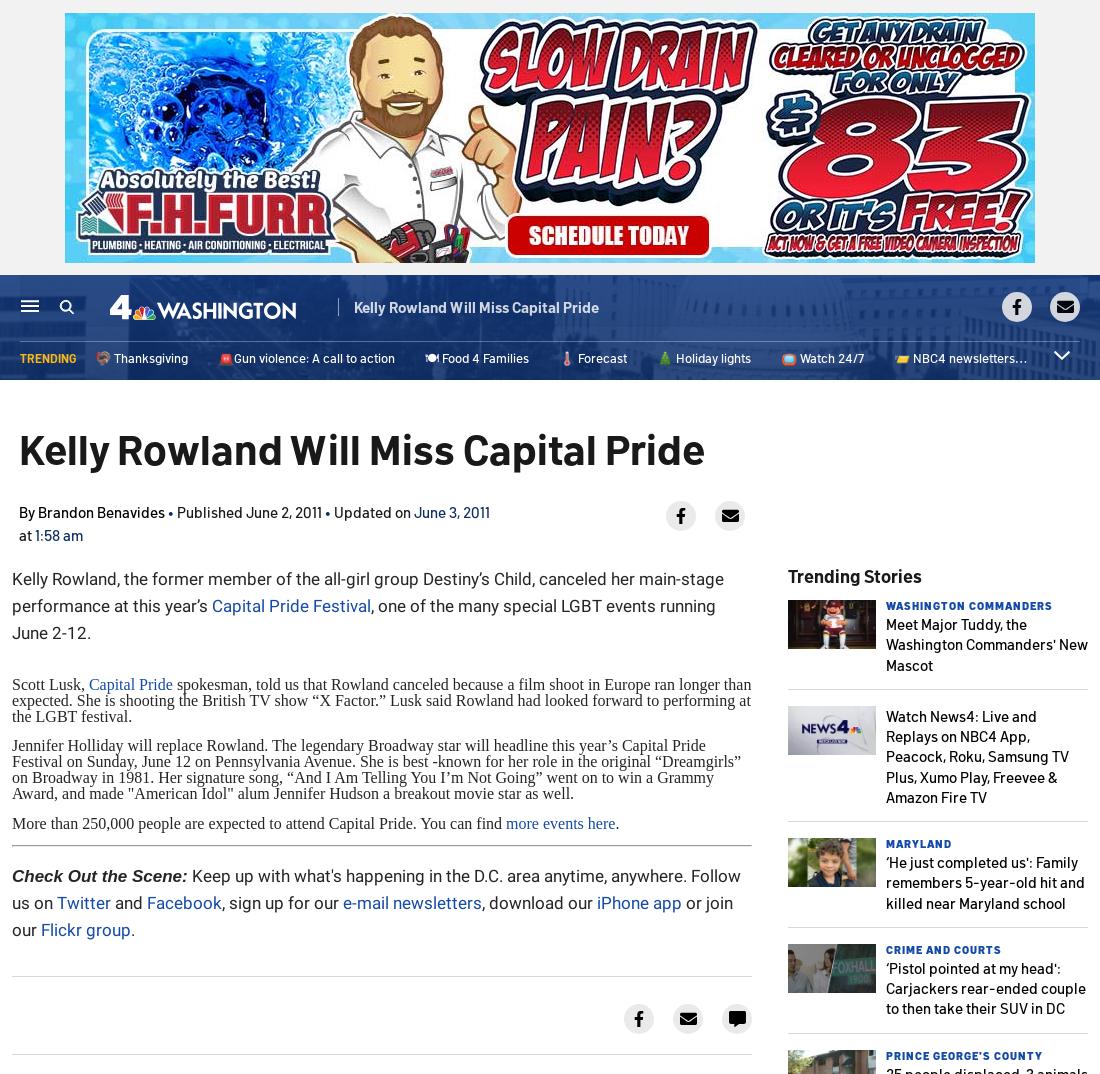  Describe the element at coordinates (46, 358) in the screenshot. I see `'Trending'` at that location.